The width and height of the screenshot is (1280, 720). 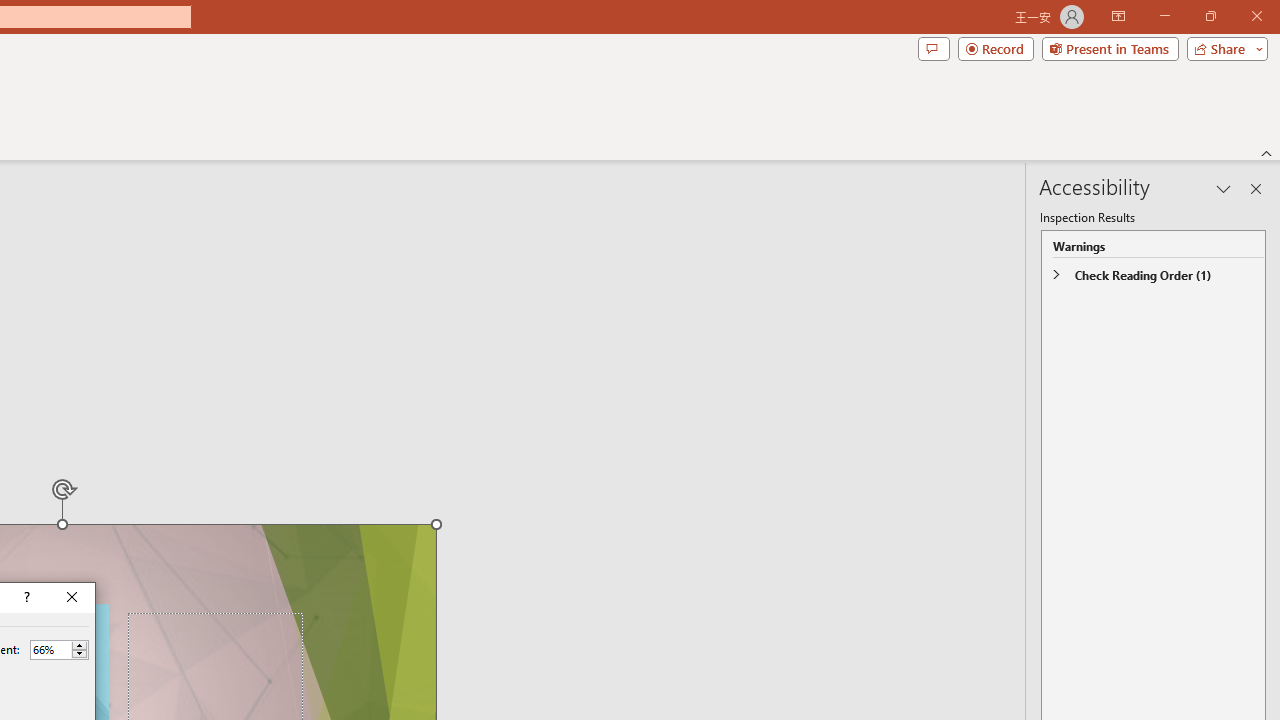 I want to click on 'Percent', so click(x=59, y=650).